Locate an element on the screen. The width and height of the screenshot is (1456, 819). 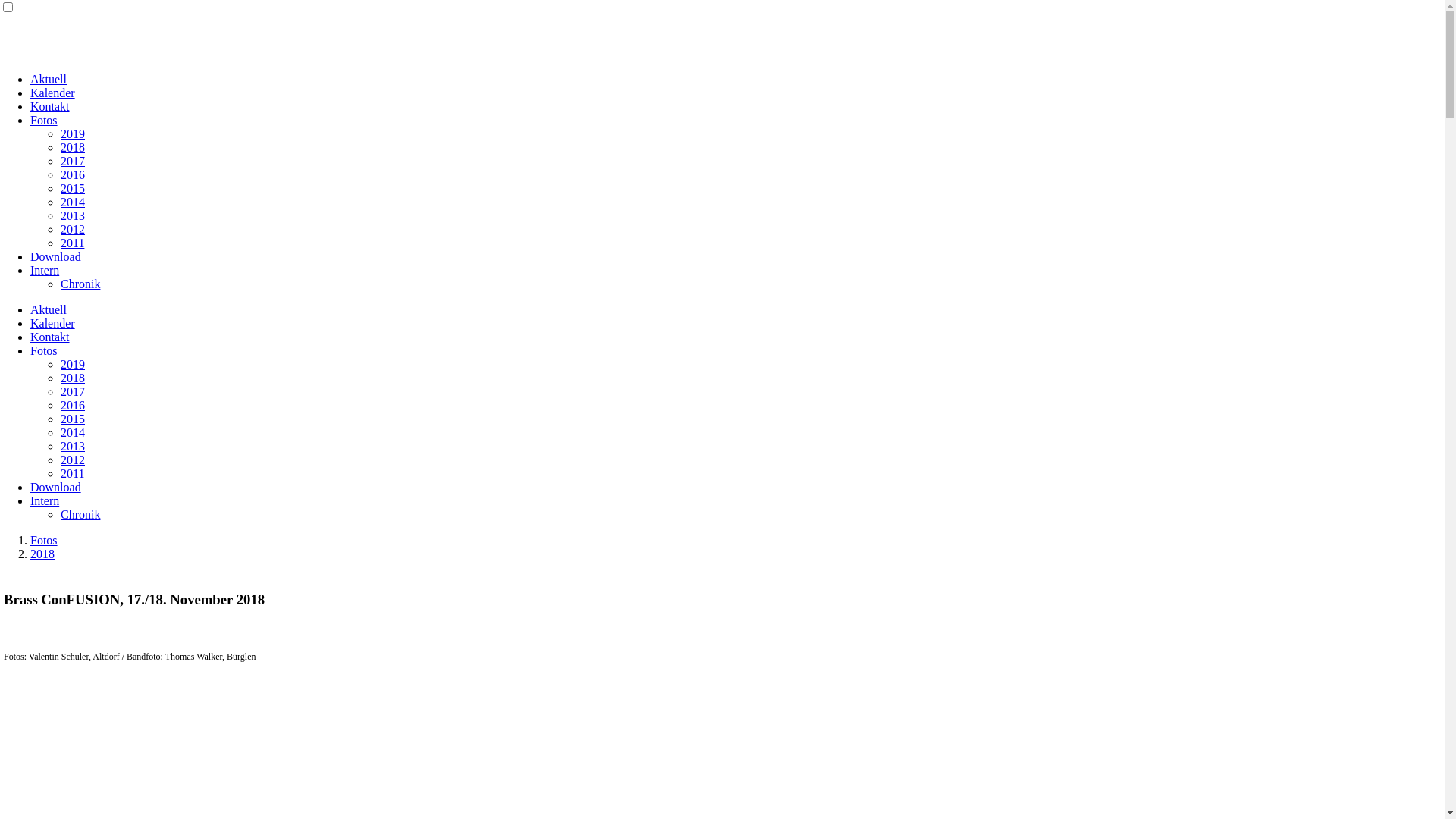
'2016' is located at coordinates (72, 174).